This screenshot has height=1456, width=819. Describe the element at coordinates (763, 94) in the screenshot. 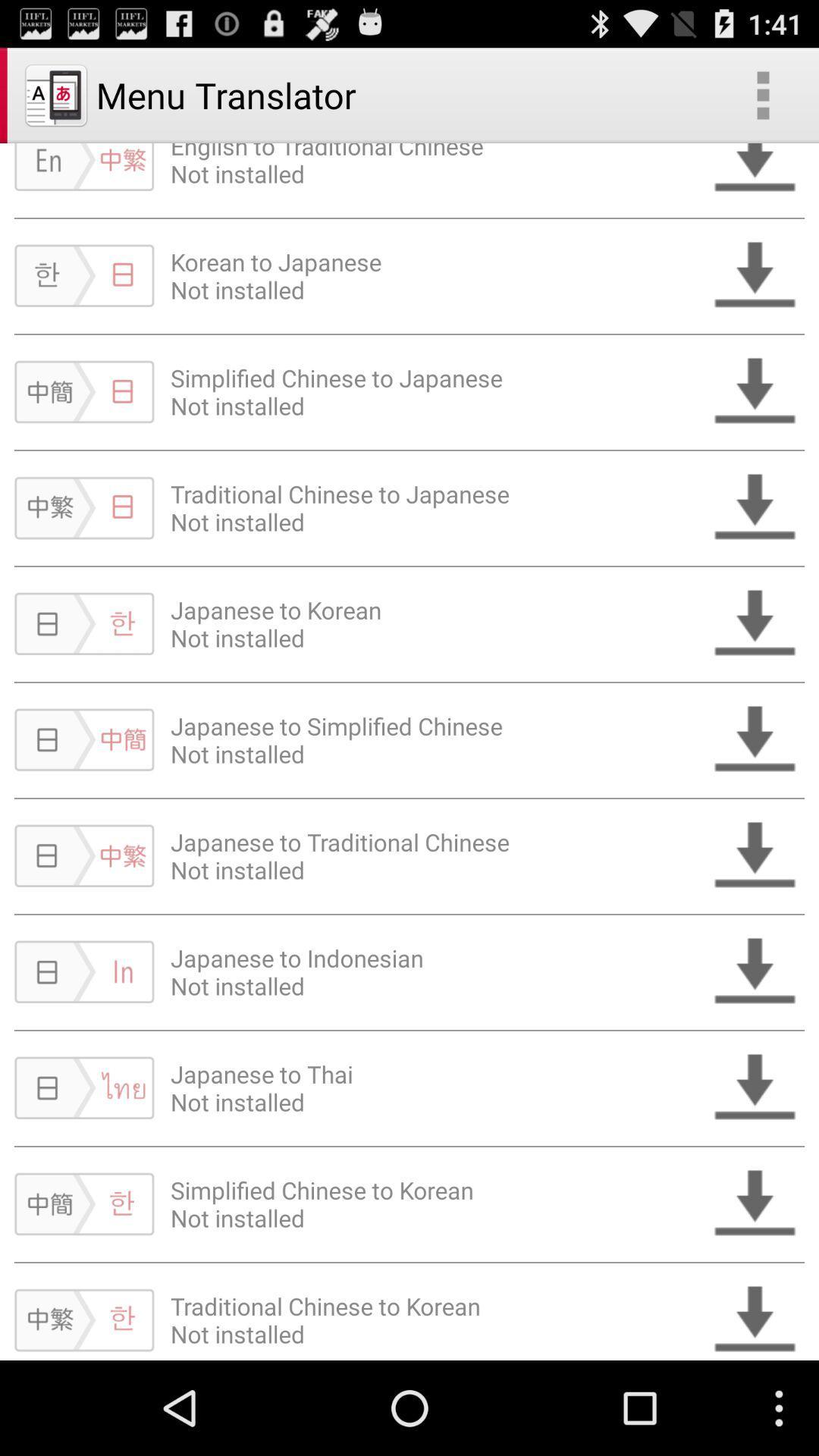

I see `app to the right of english to traditional` at that location.